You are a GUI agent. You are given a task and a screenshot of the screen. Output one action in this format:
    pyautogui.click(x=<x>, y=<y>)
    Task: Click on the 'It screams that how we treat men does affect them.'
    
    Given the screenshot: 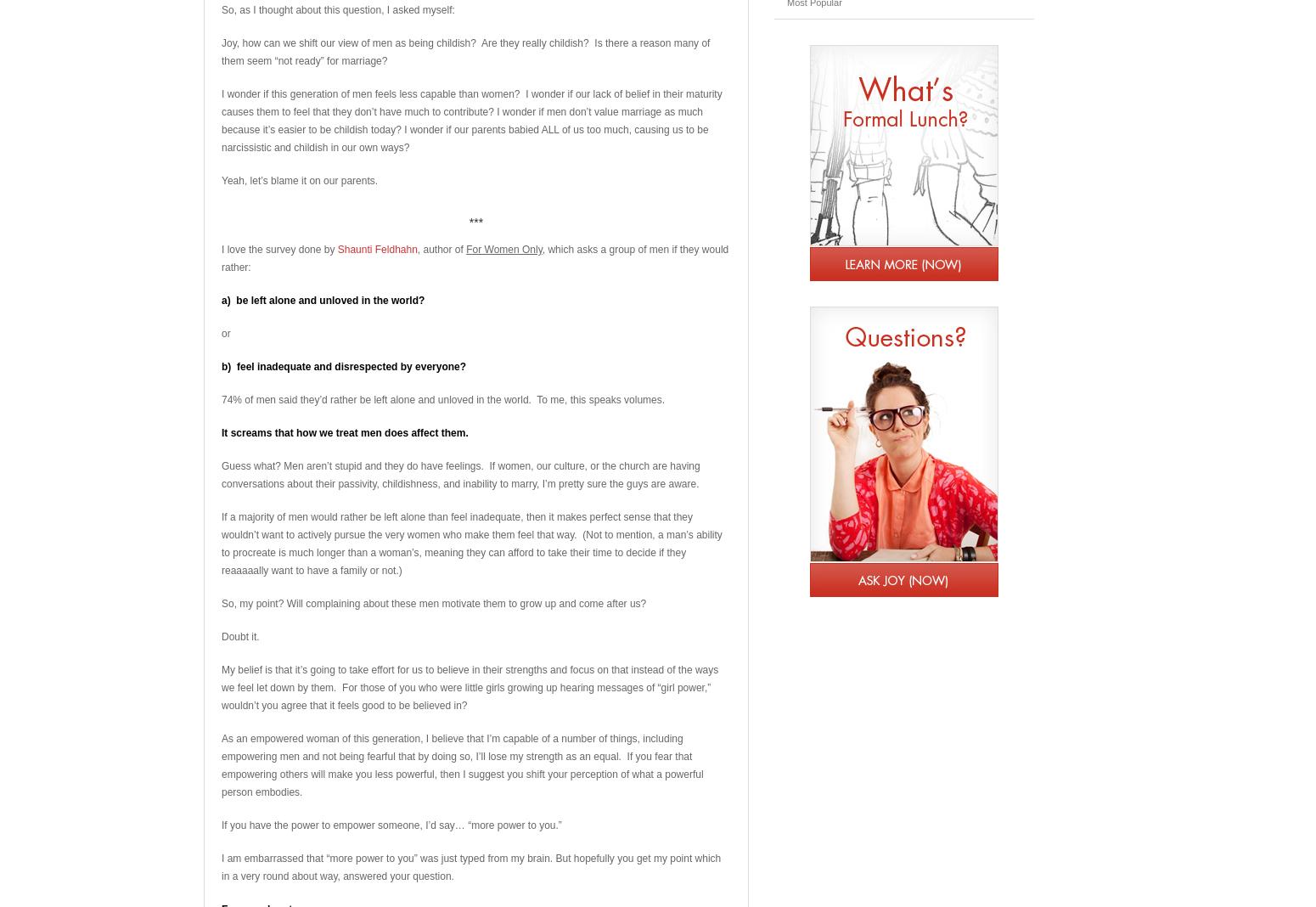 What is the action you would take?
    pyautogui.click(x=344, y=432)
    